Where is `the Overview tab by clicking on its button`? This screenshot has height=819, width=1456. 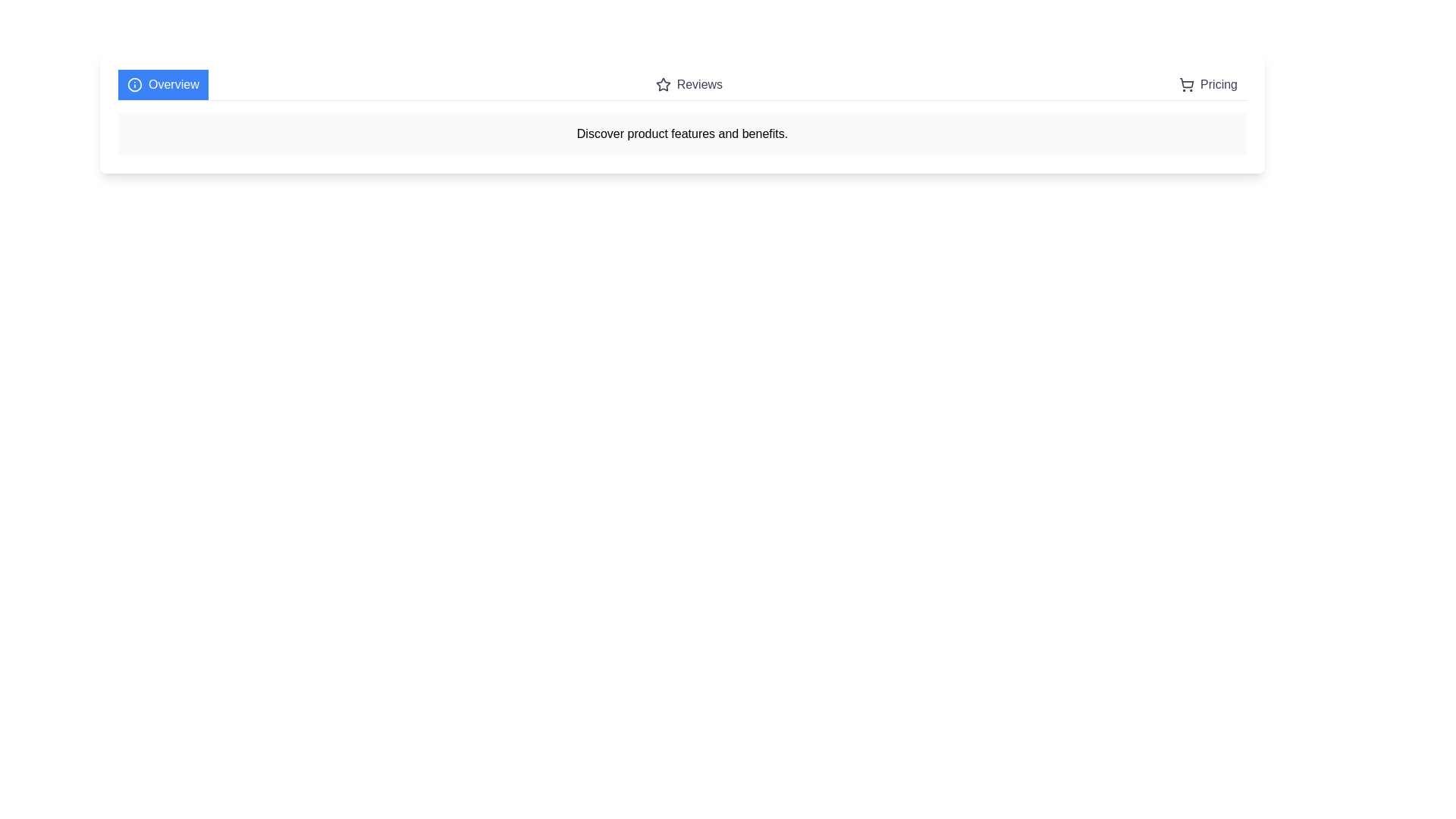
the Overview tab by clicking on its button is located at coordinates (163, 84).